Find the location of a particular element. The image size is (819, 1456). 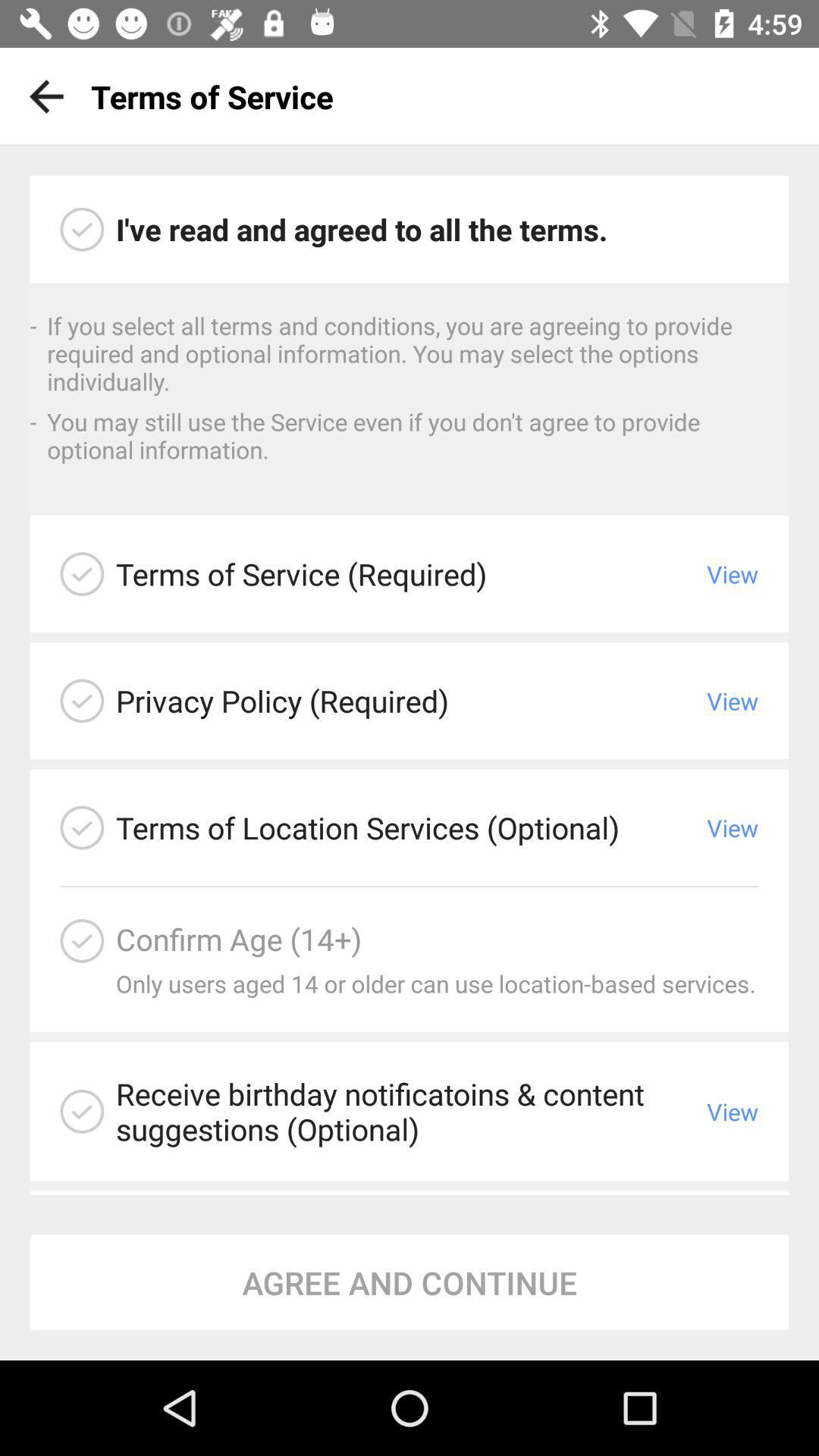

the option pointing agreed terms and conditions is located at coordinates (82, 228).